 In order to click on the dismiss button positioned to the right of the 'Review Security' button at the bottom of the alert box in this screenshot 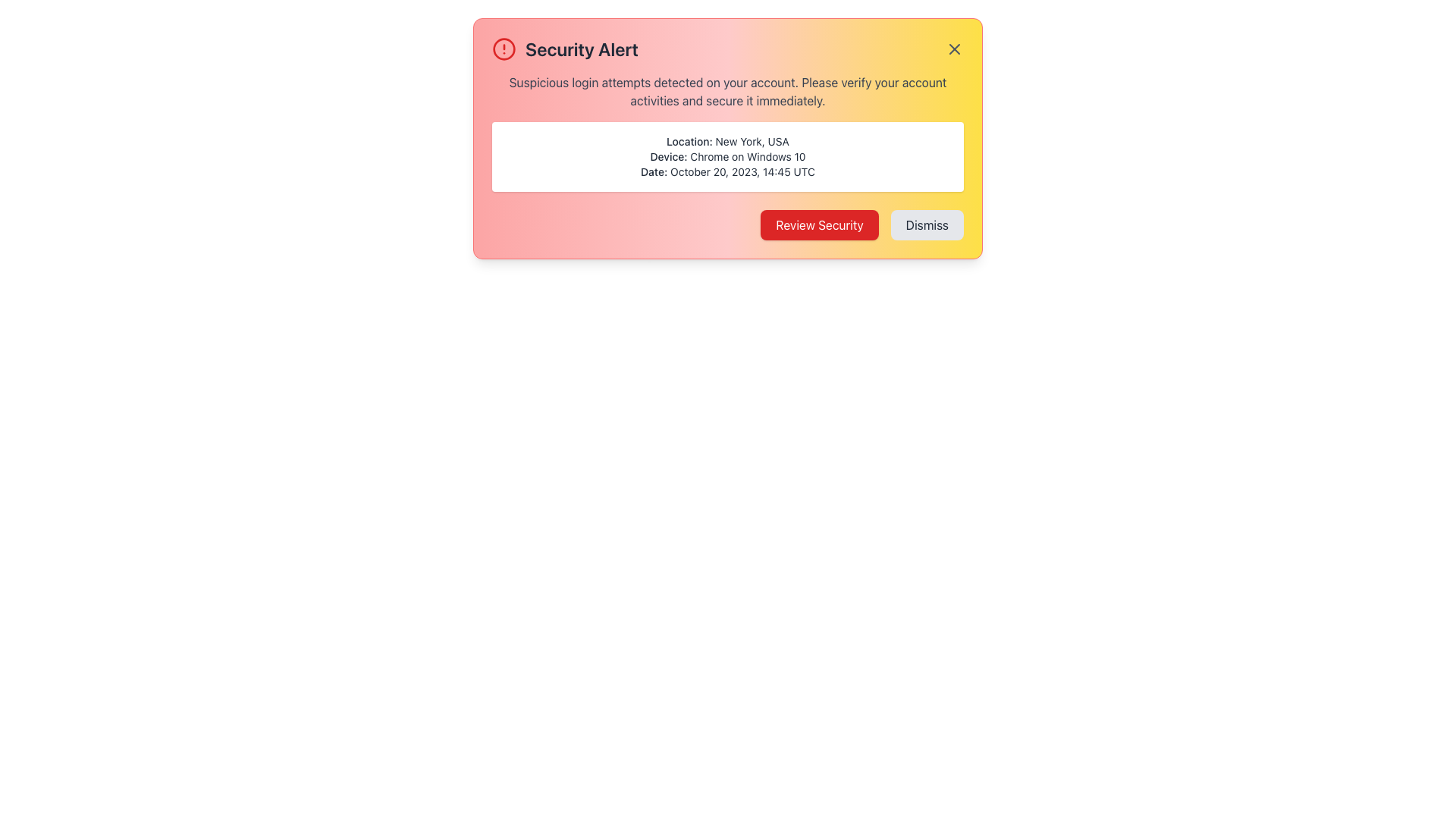, I will do `click(926, 225)`.